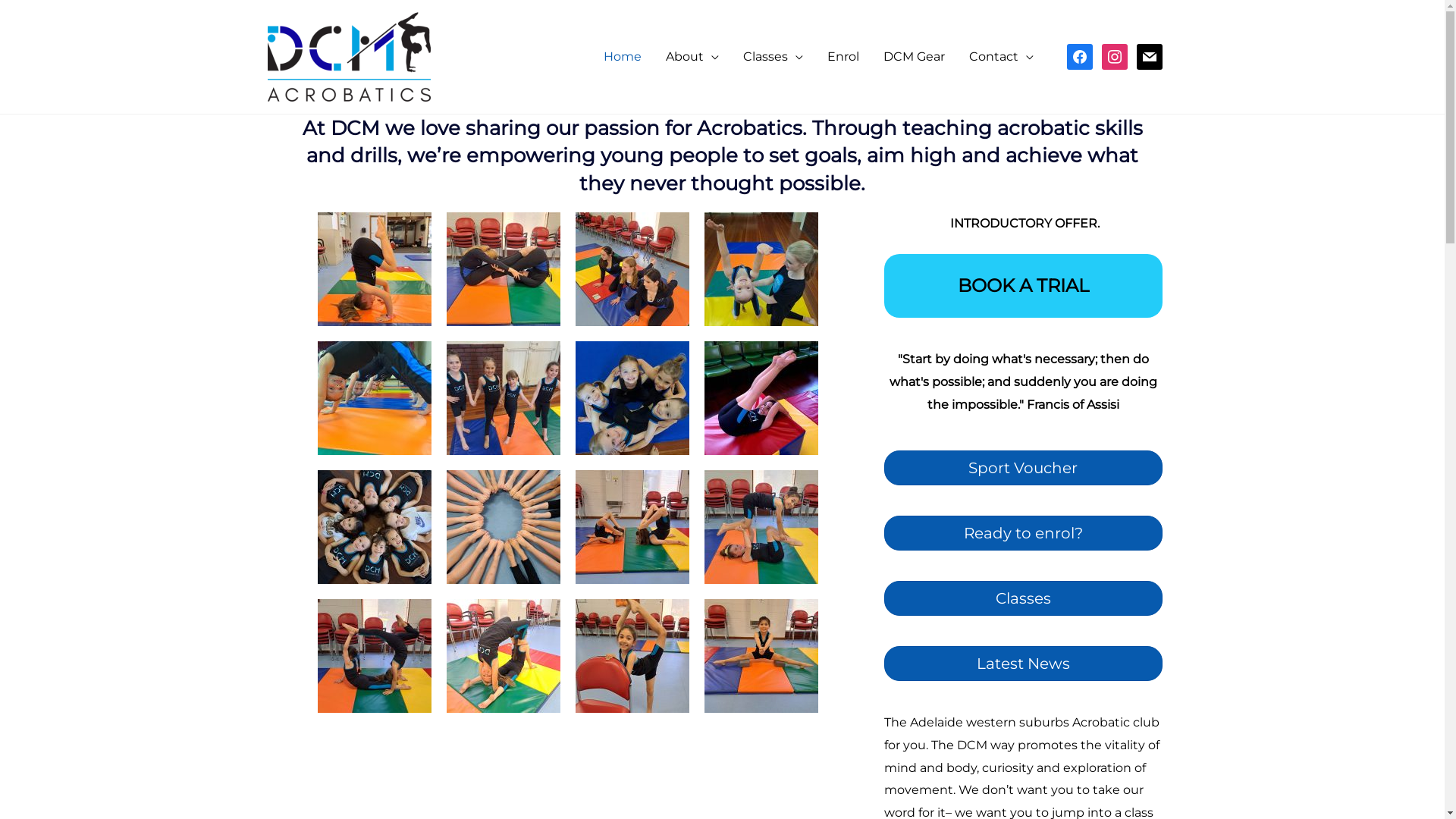  What do you see at coordinates (1078, 55) in the screenshot?
I see `'facebook'` at bounding box center [1078, 55].